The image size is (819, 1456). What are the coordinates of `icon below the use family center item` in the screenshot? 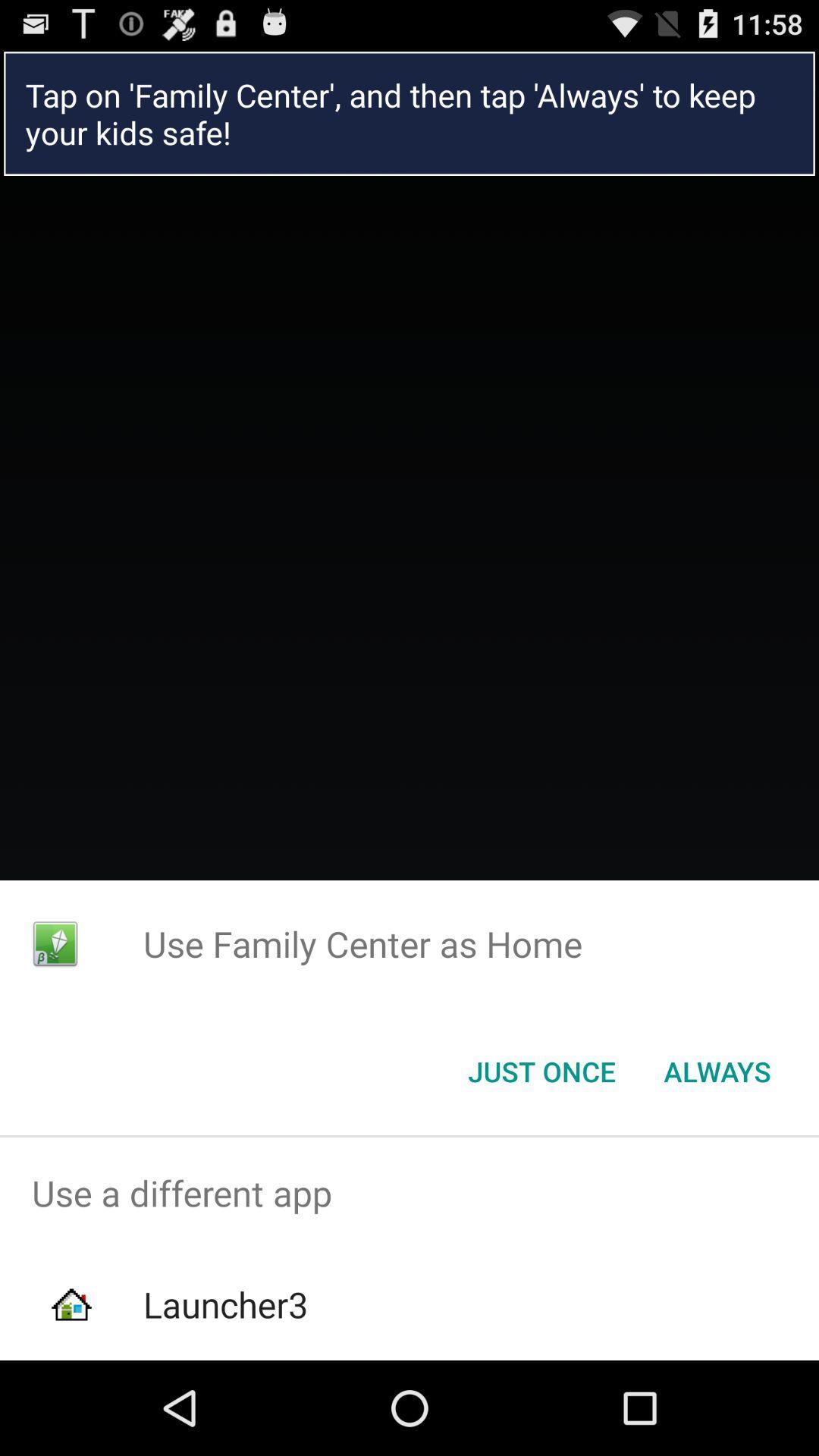 It's located at (717, 1070).